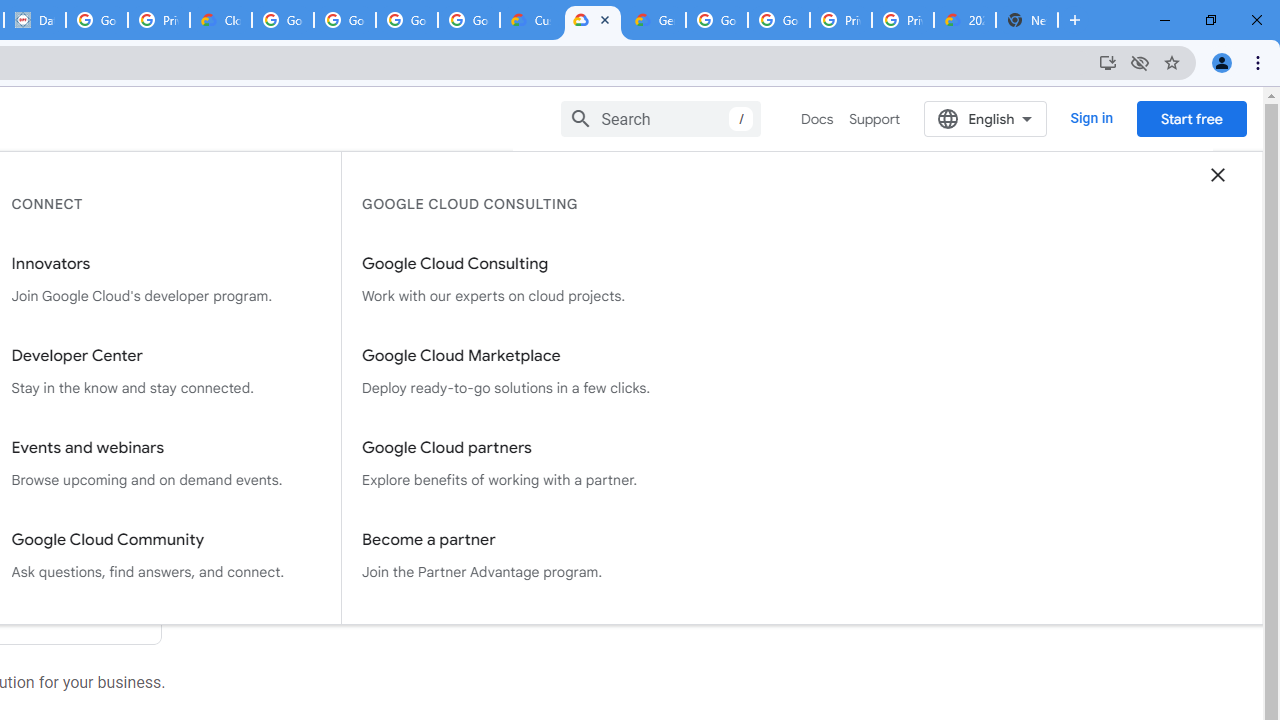 The height and width of the screenshot is (720, 1280). What do you see at coordinates (661, 118) in the screenshot?
I see `'Search'` at bounding box center [661, 118].